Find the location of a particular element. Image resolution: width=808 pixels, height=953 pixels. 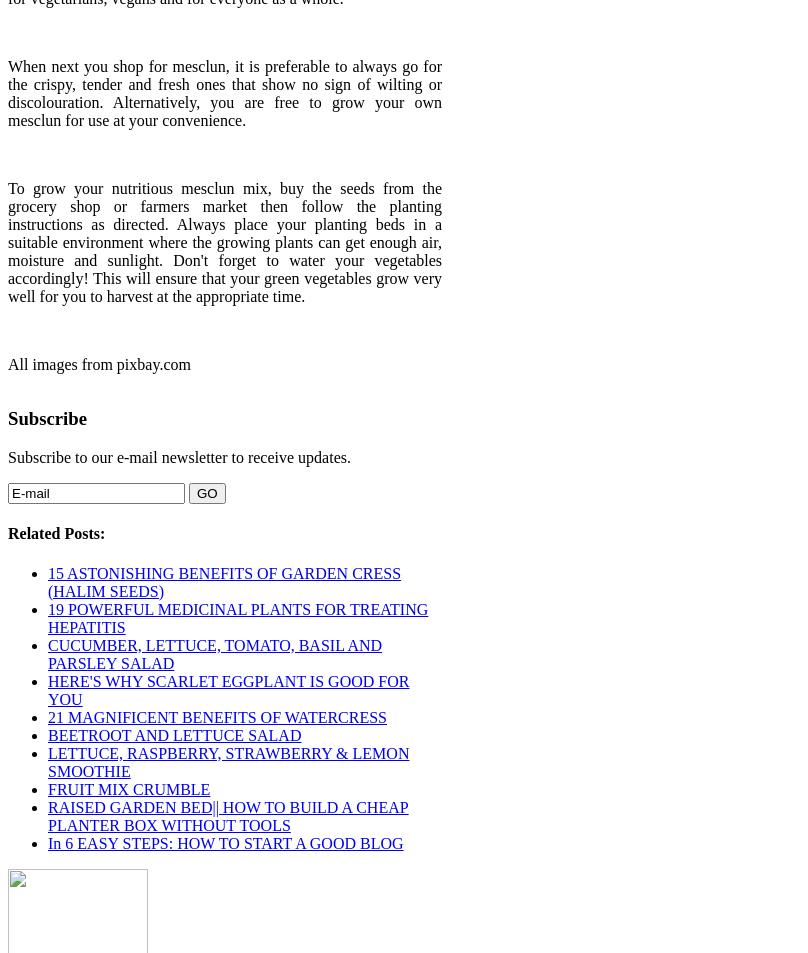

'LETTUCE, RASPBERRY, STRAWBERRY & LEMON SMOOTHIE' is located at coordinates (47, 761).